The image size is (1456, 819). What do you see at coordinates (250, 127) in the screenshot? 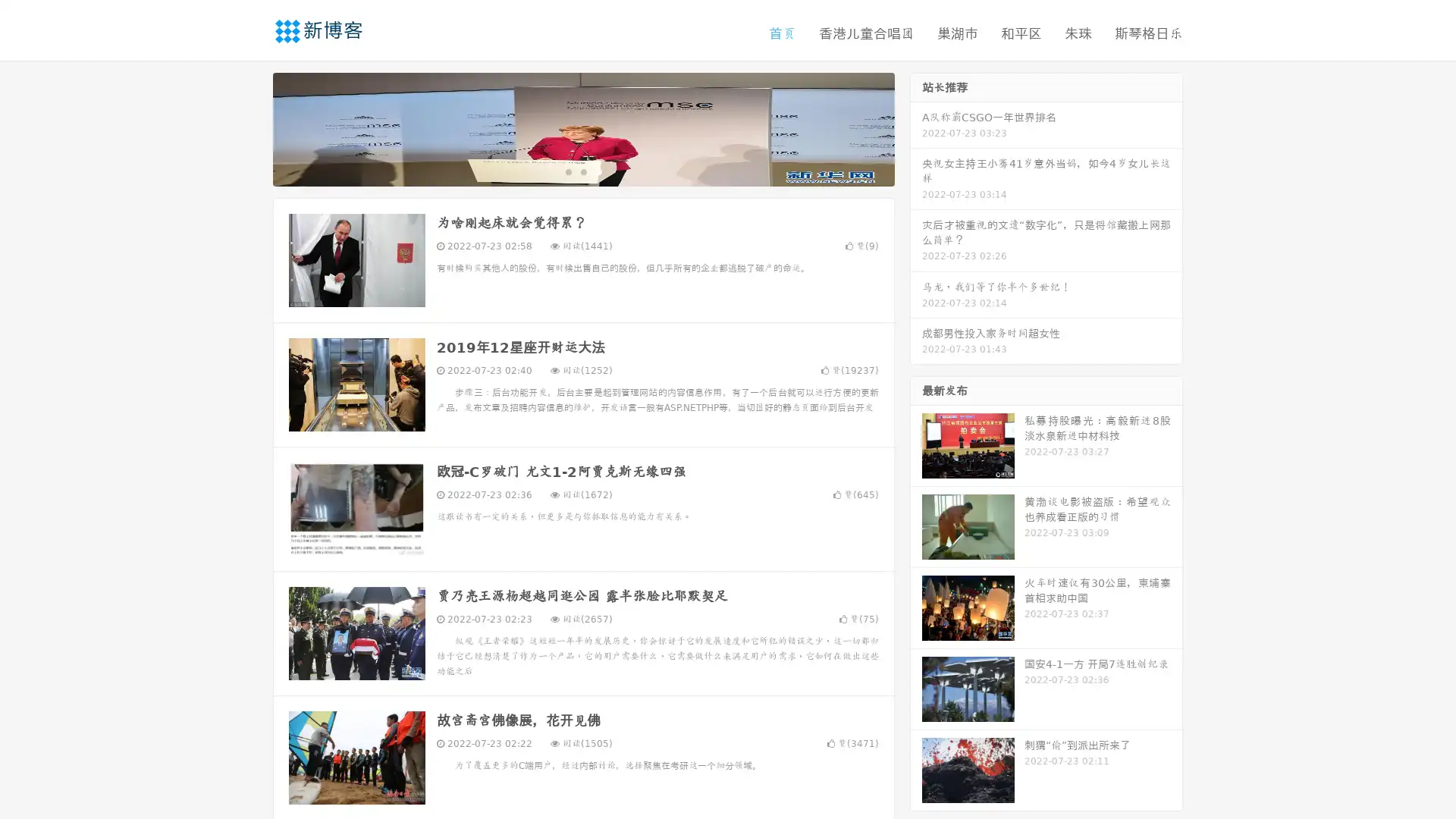
I see `Previous slide` at bounding box center [250, 127].